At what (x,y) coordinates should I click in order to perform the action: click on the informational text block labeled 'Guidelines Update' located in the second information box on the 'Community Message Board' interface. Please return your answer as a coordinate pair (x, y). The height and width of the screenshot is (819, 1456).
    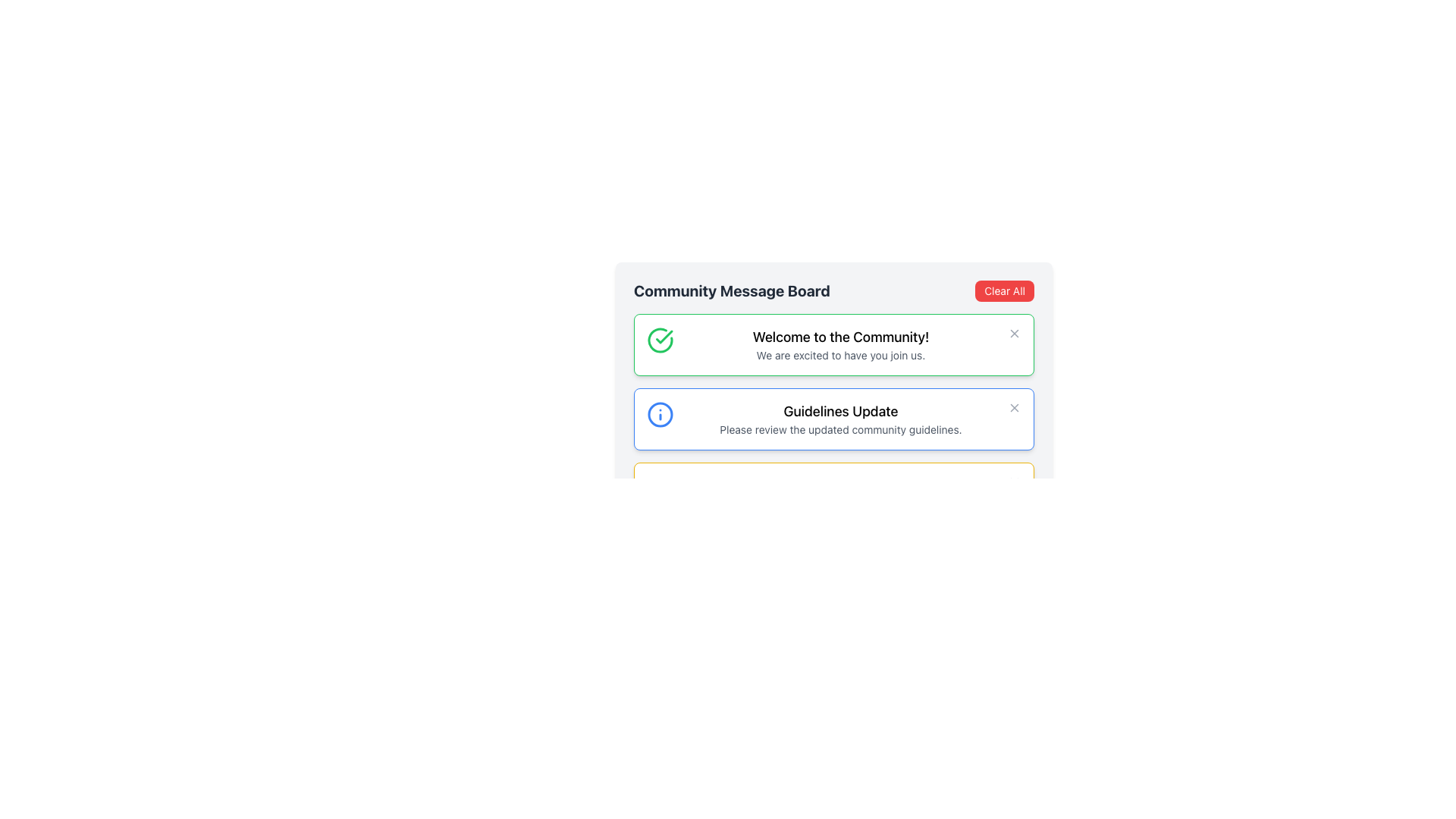
    Looking at the image, I should click on (839, 419).